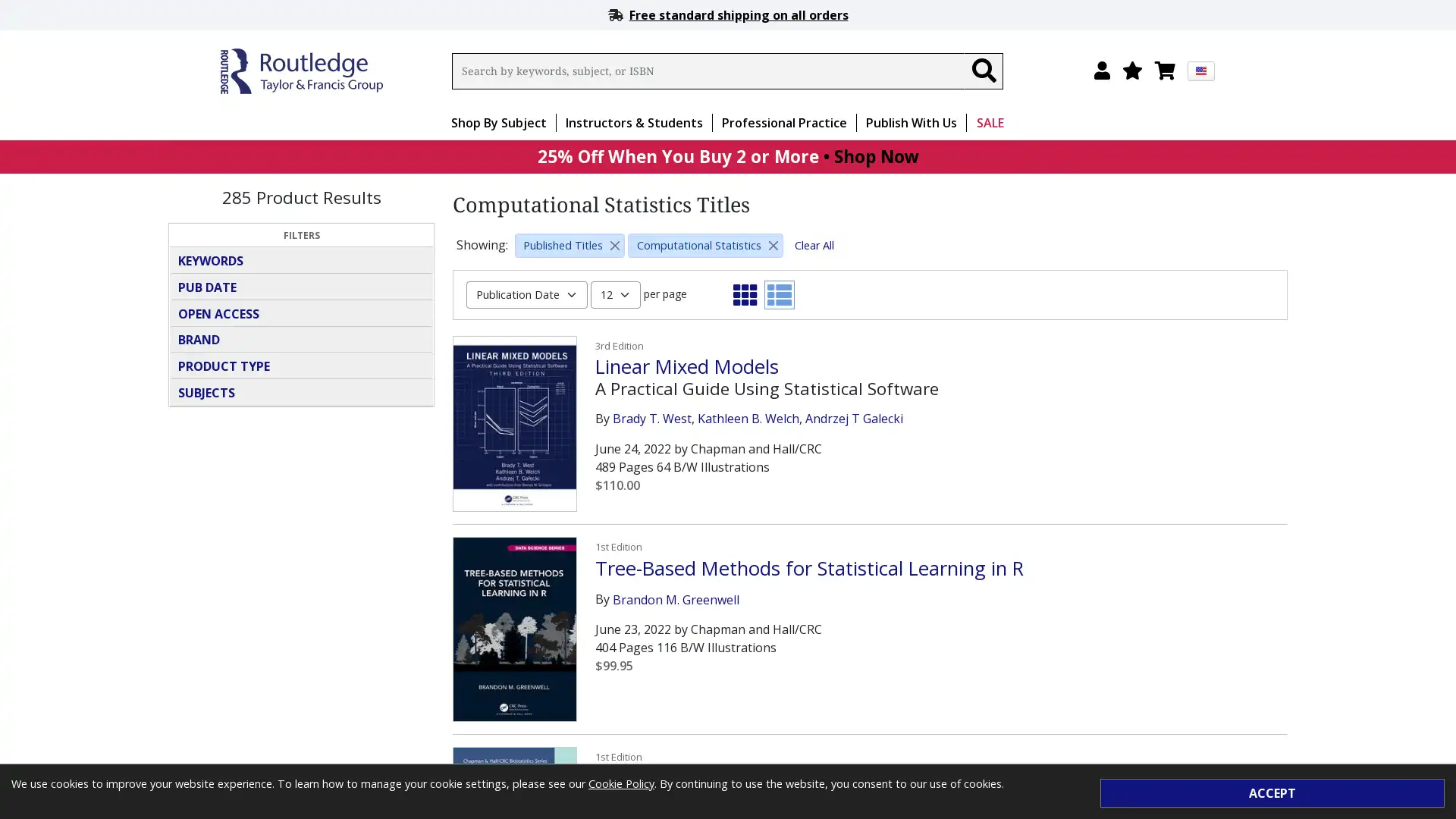  I want to click on KEYWORDS, so click(301, 259).